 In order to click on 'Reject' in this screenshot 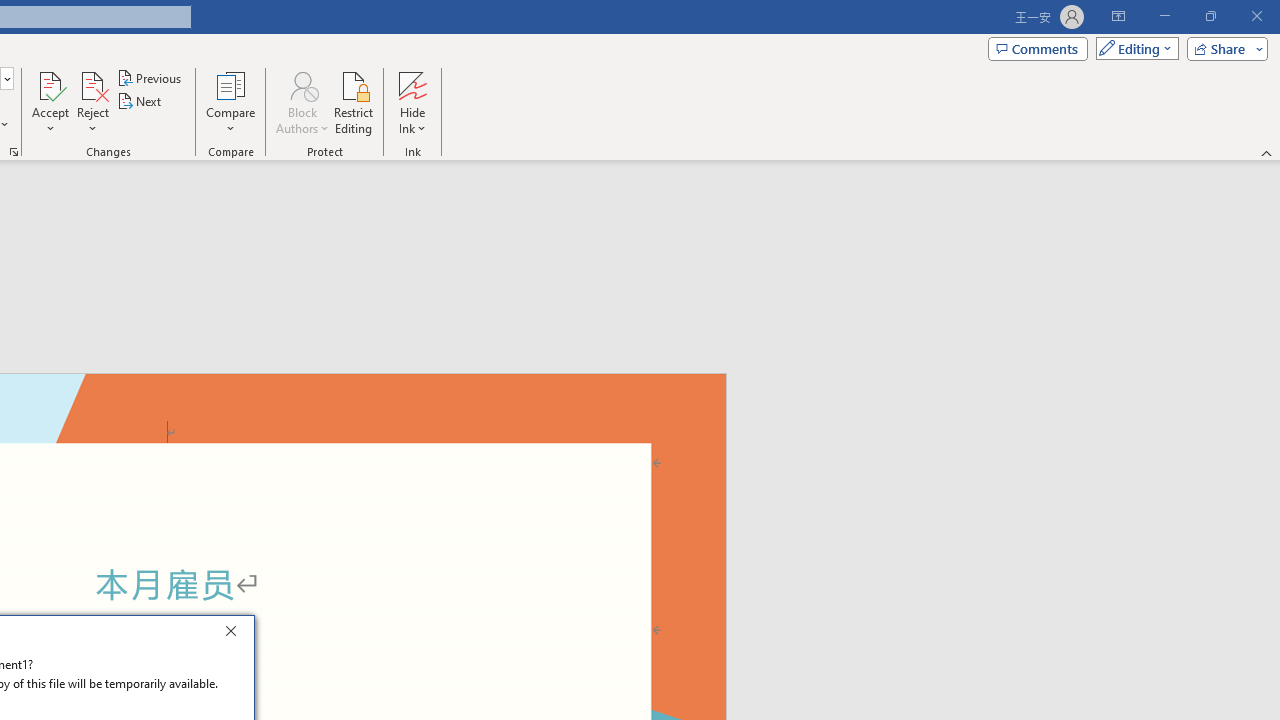, I will do `click(91, 103)`.